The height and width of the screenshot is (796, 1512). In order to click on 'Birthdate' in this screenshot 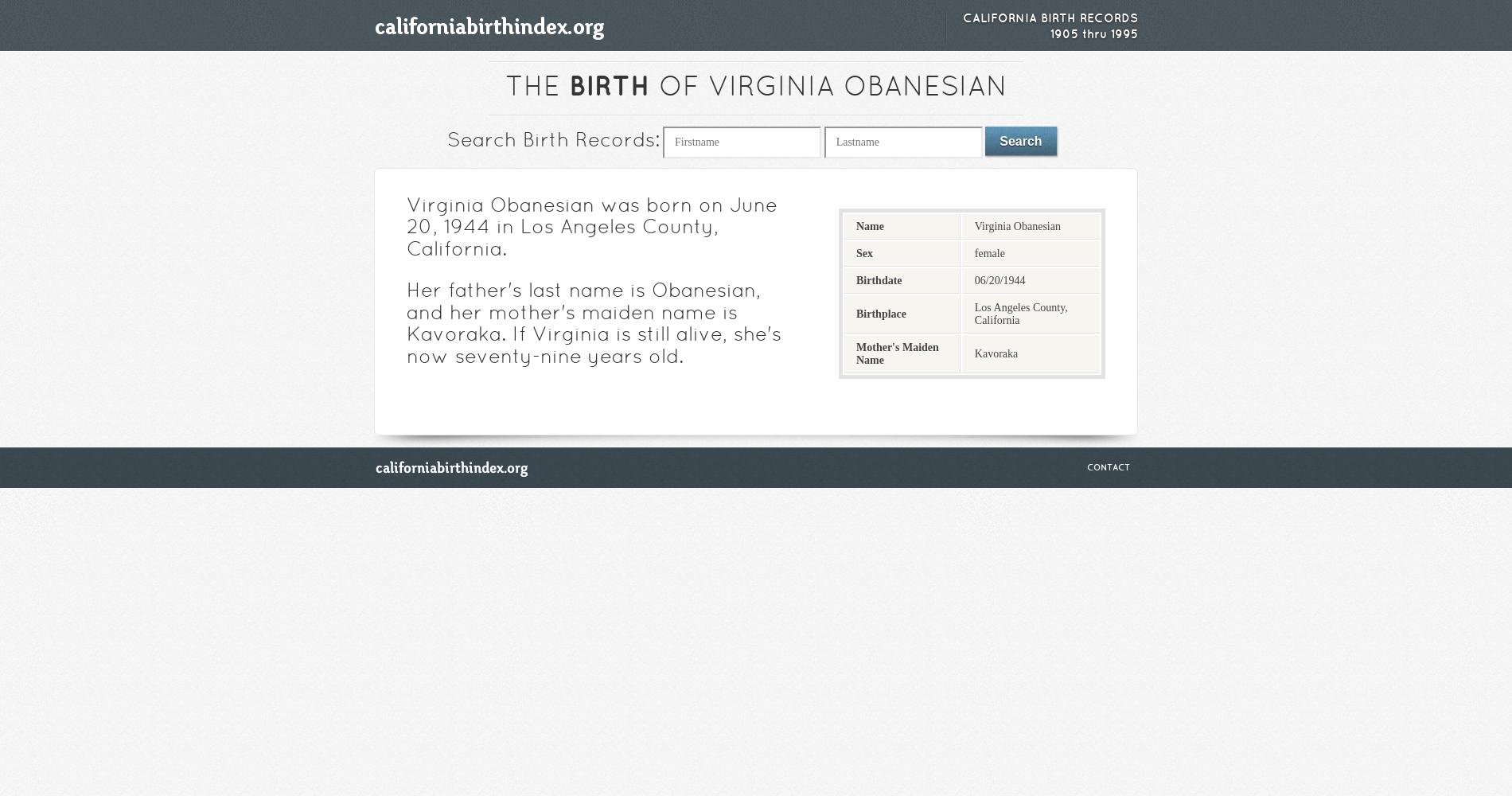, I will do `click(855, 279)`.